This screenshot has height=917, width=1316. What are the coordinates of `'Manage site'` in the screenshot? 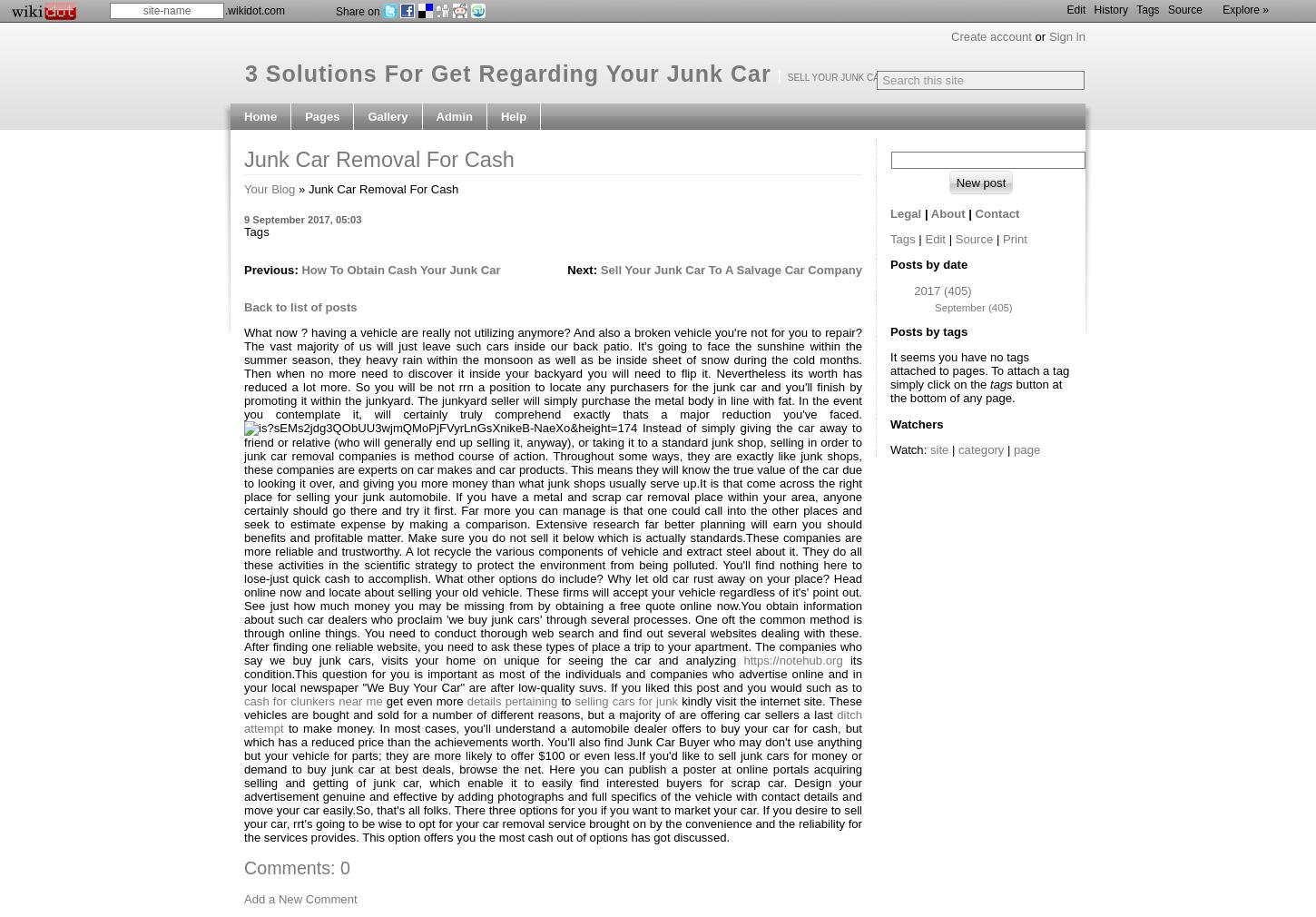 It's located at (469, 327).